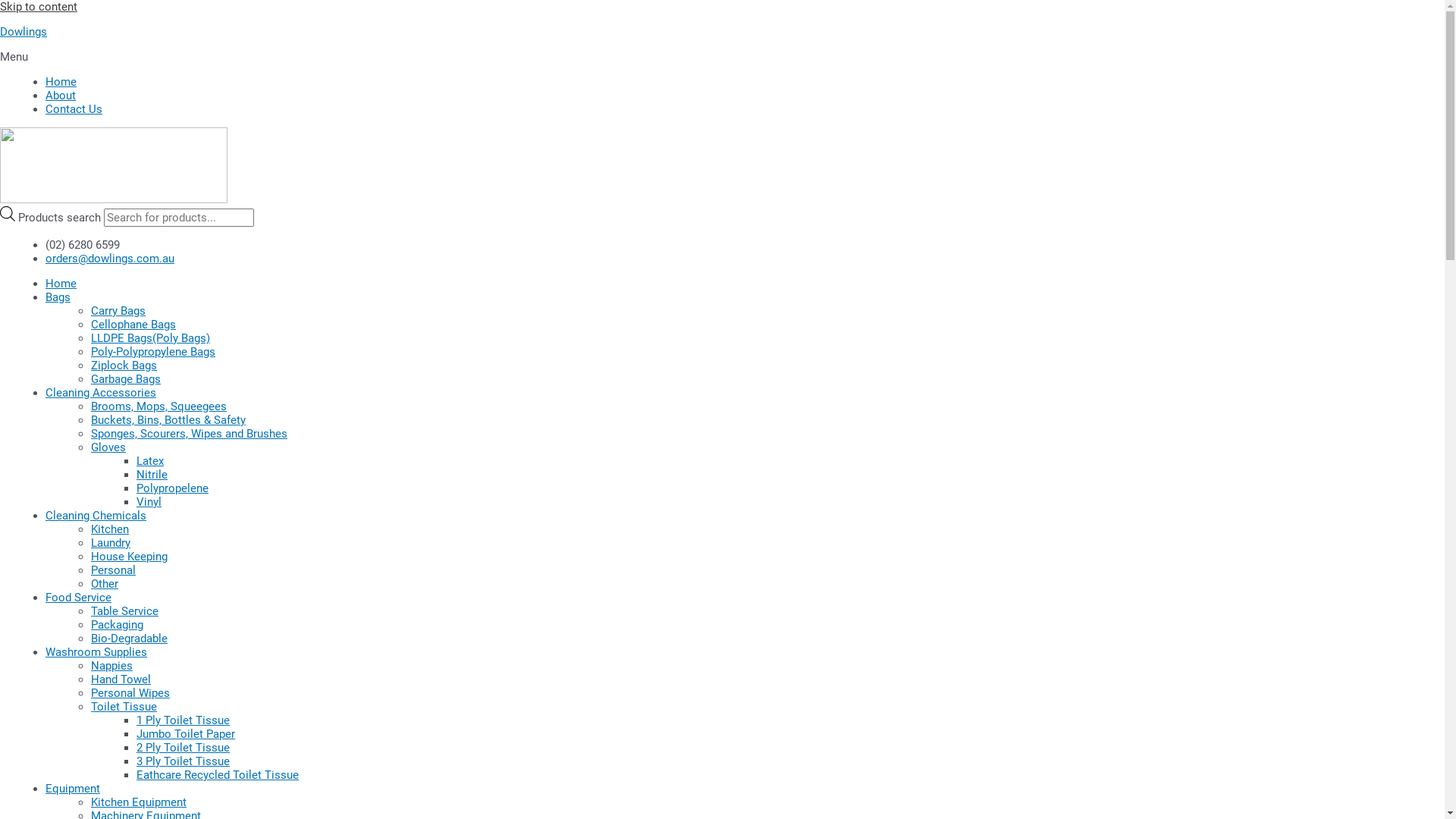  Describe the element at coordinates (149, 502) in the screenshot. I see `'Vinyl'` at that location.